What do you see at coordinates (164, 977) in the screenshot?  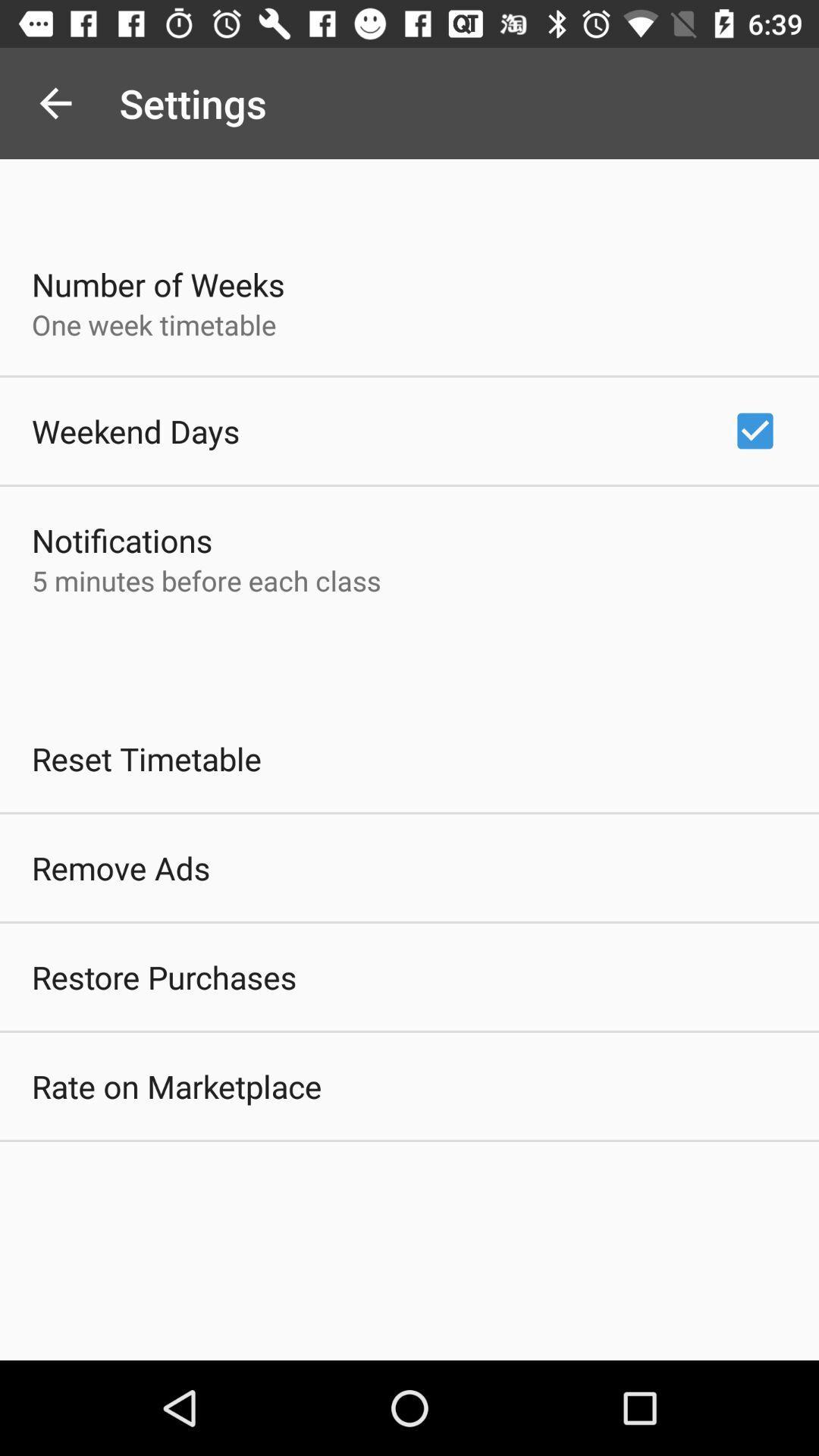 I see `item above the rate on marketplace app` at bounding box center [164, 977].